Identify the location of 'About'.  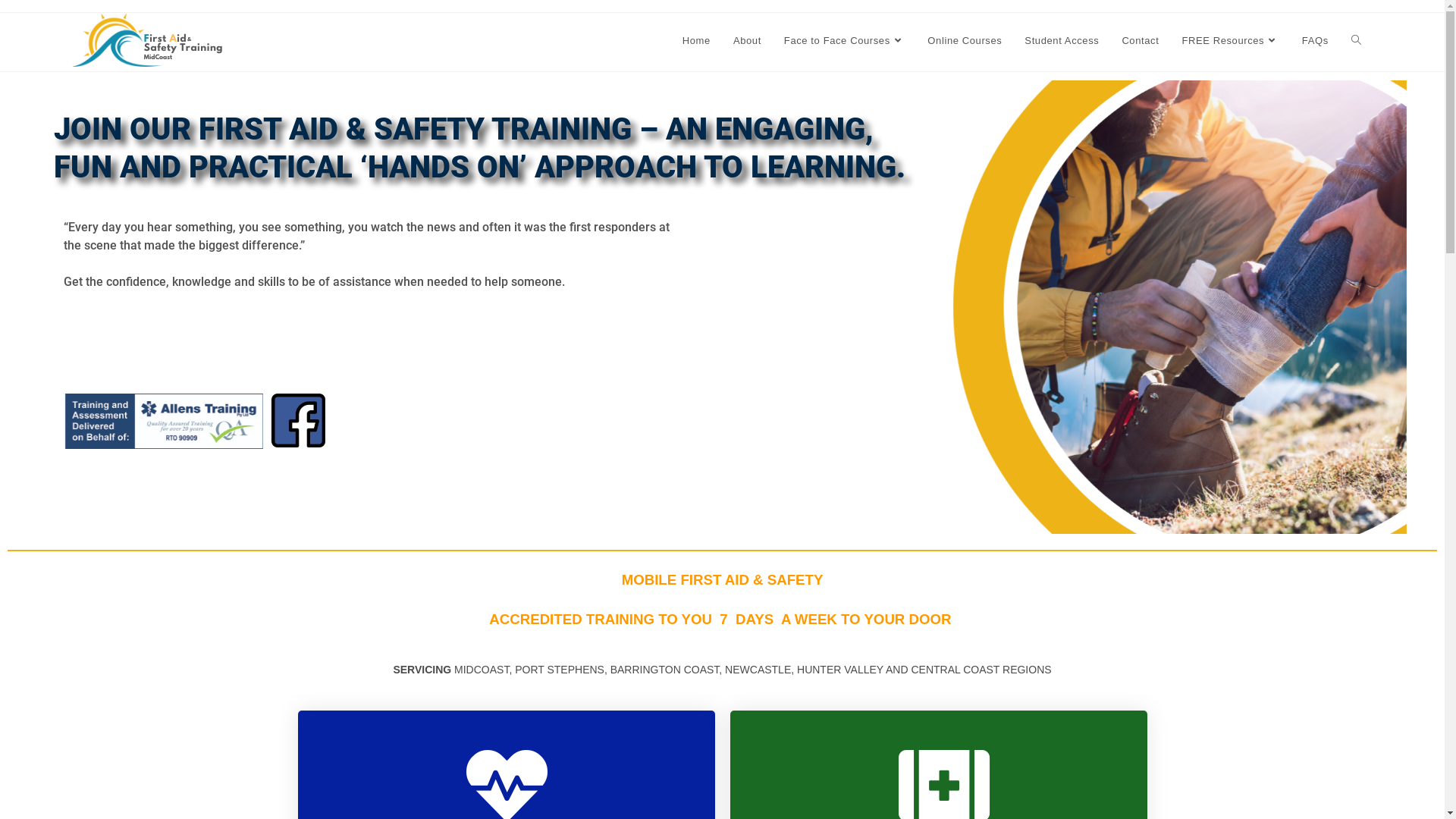
(720, 40).